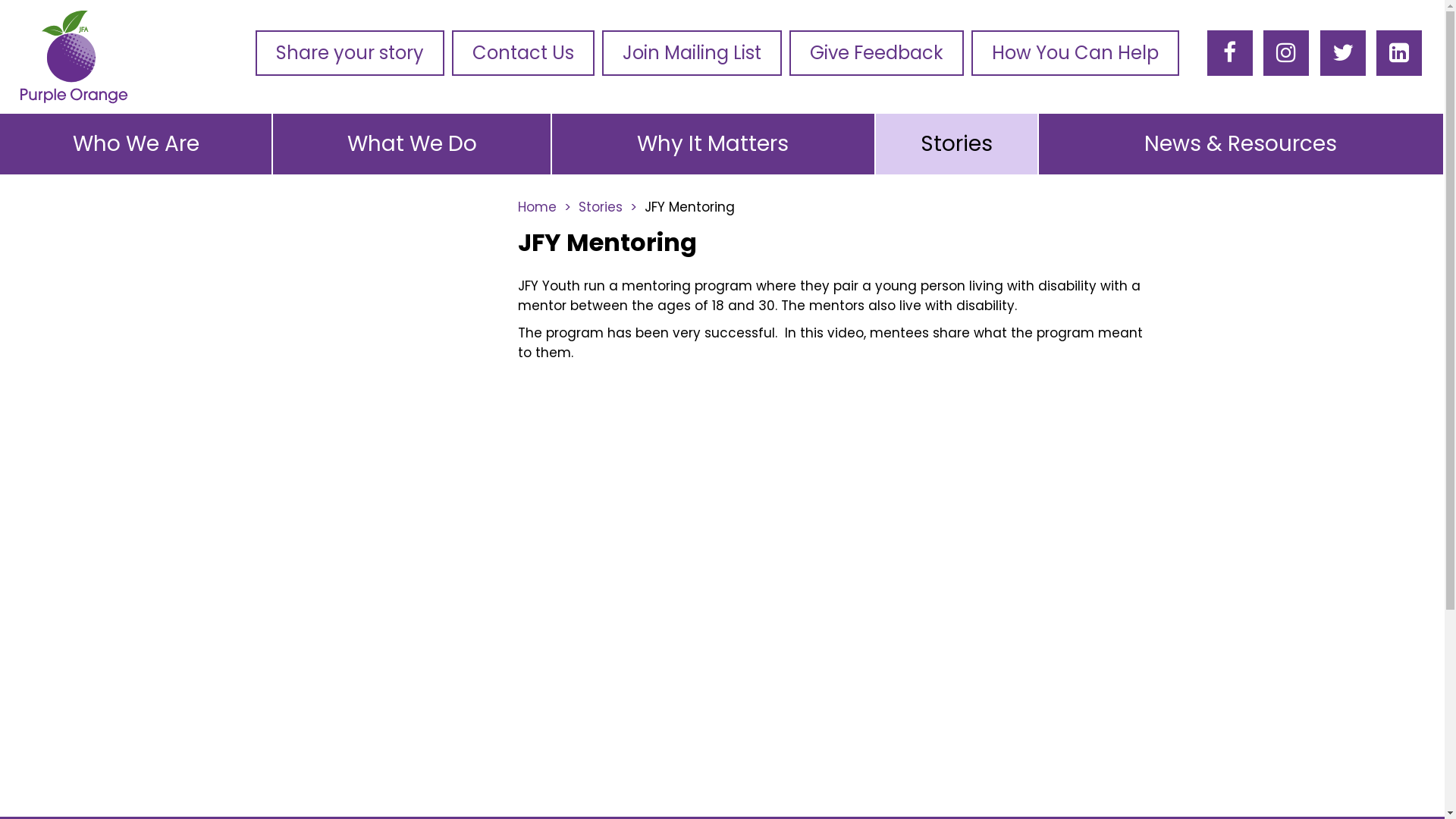 This screenshot has width=1456, height=819. What do you see at coordinates (601, 52) in the screenshot?
I see `'Join Mailing List'` at bounding box center [601, 52].